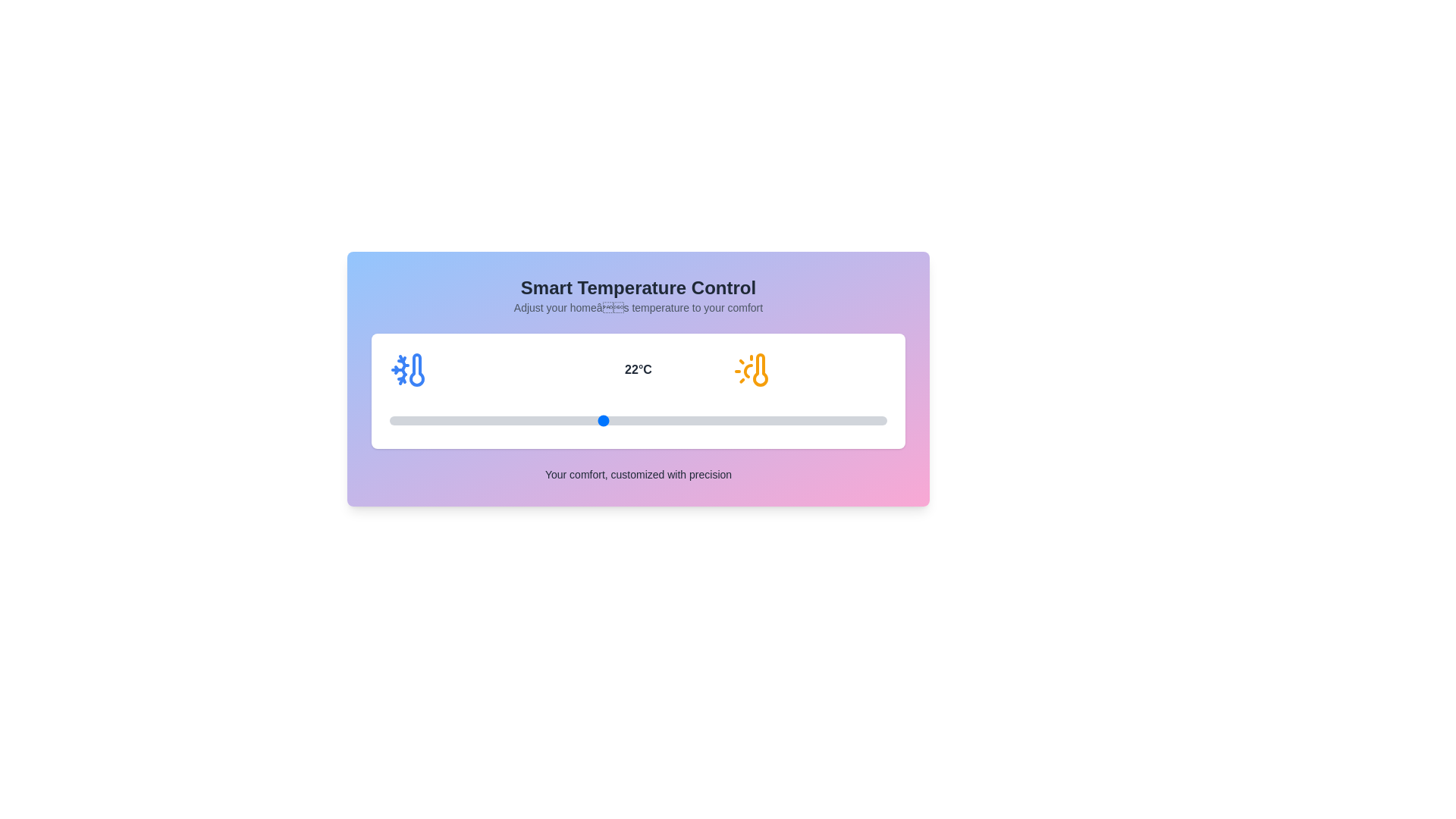 The height and width of the screenshot is (819, 1456). I want to click on the temperature to 25°C by interacting with the slider, so click(708, 421).